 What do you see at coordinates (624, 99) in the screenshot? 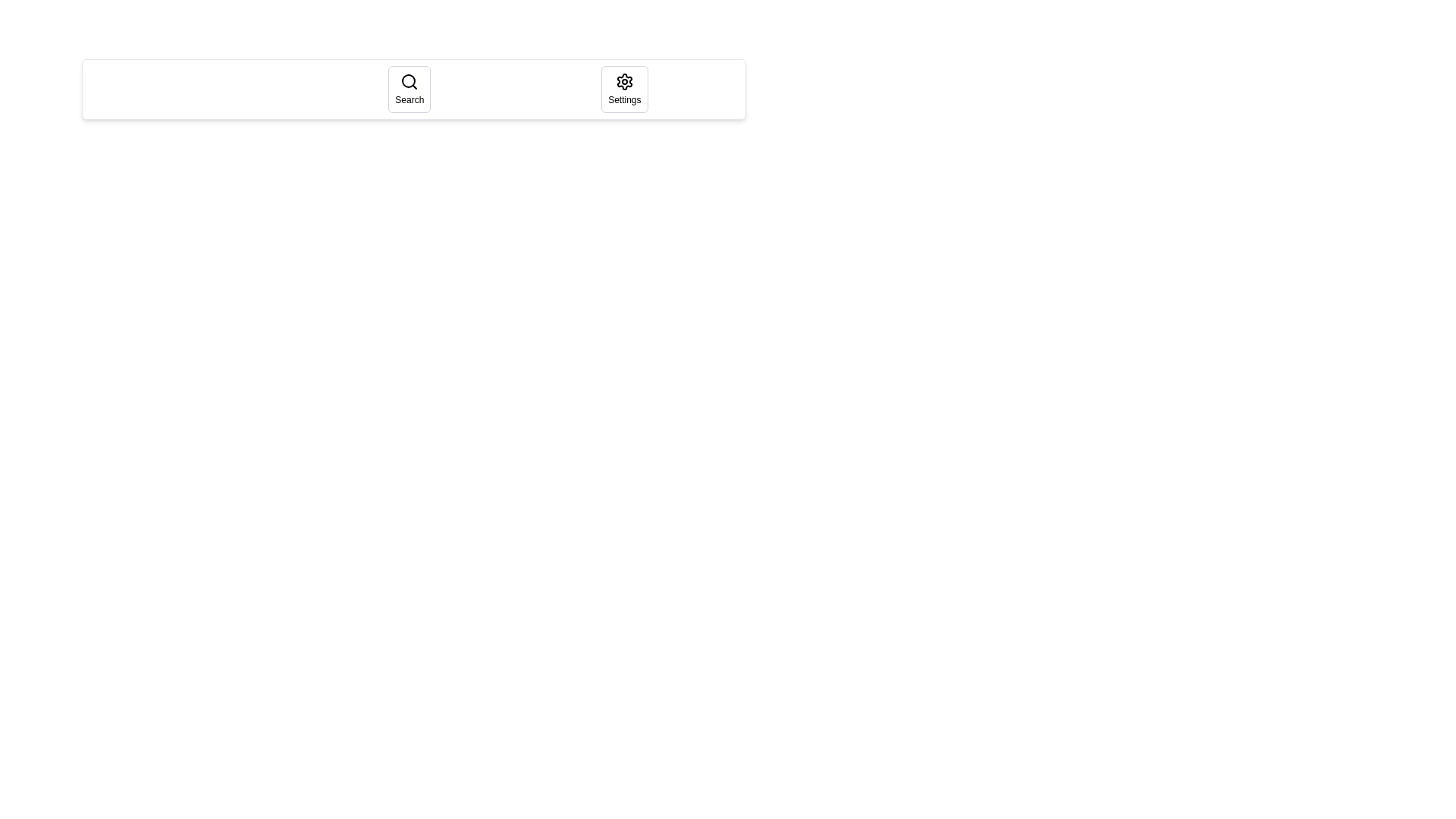
I see `the Text Label located below the gear icon in the rounded rectangular button on the right side of the menu bar` at bounding box center [624, 99].